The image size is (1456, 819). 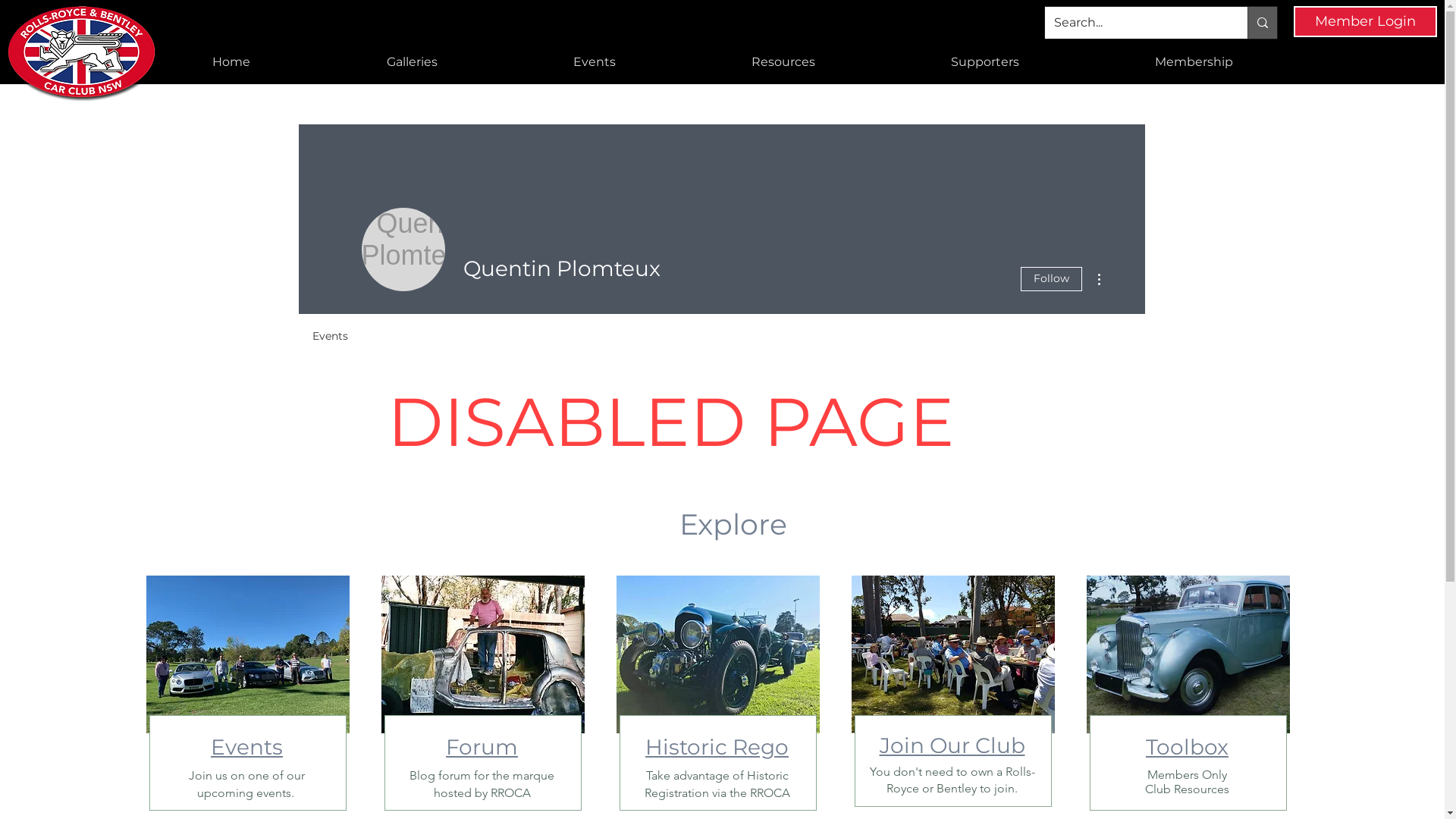 What do you see at coordinates (83, 53) in the screenshot?
I see `'RR+Club+logo+Trans (400x519).png'` at bounding box center [83, 53].